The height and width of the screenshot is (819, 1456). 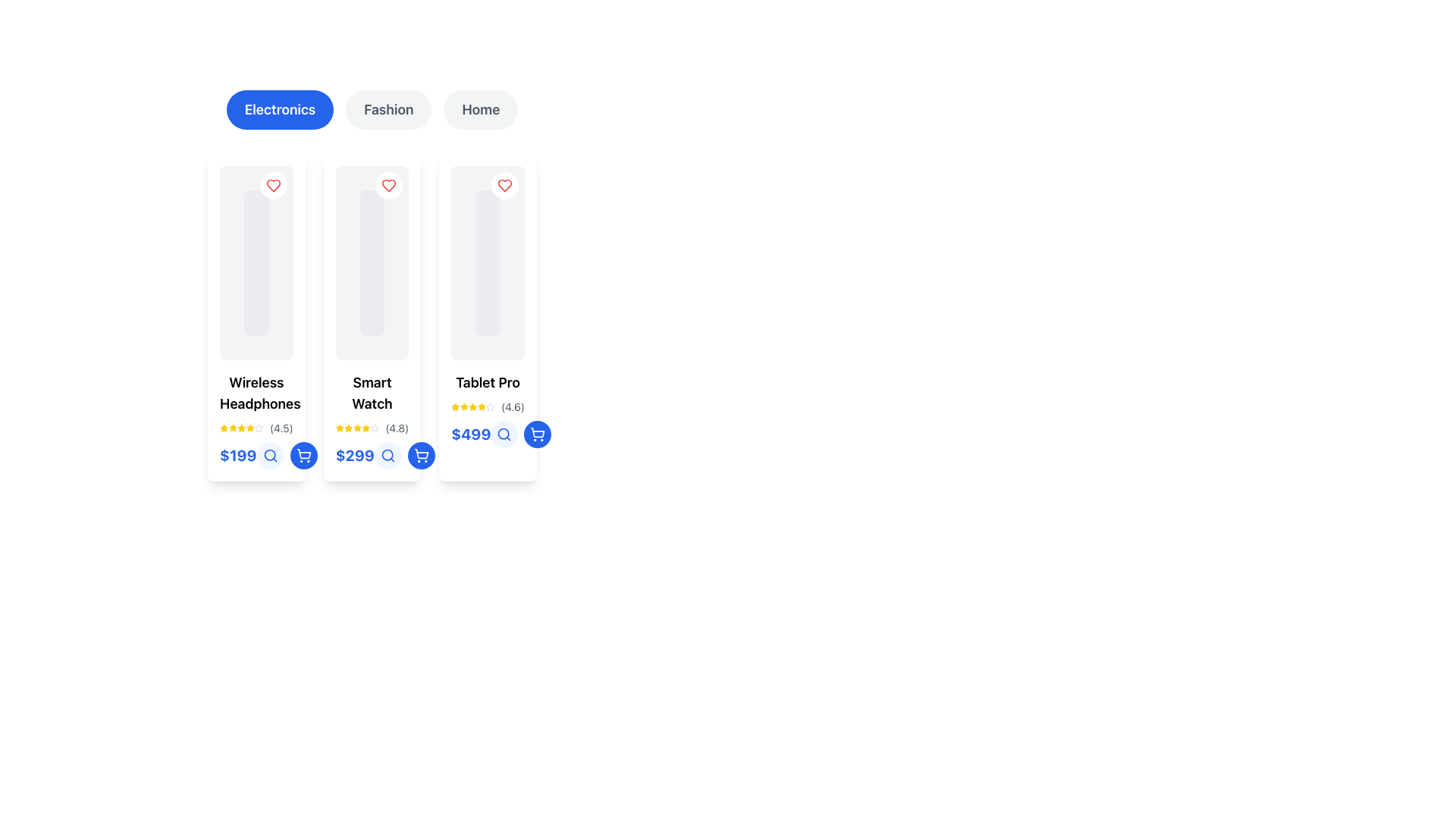 I want to click on the 'Electronics' button, which has a bold white sans-serif font on a blue rounded background, located in the horizontal navigation bar at the top of the interface, so click(x=280, y=109).